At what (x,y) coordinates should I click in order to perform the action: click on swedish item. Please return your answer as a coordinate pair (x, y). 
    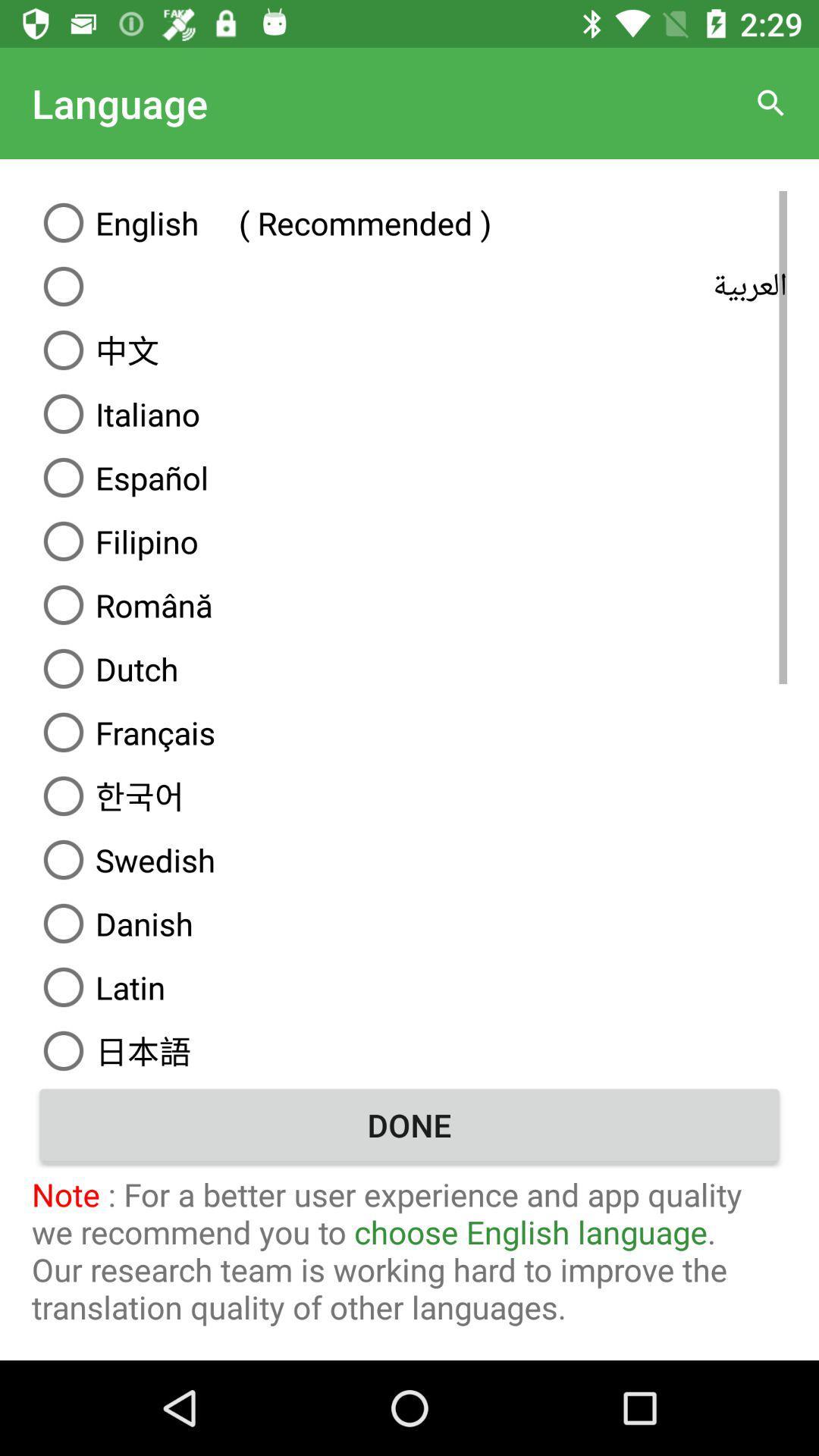
    Looking at the image, I should click on (409, 859).